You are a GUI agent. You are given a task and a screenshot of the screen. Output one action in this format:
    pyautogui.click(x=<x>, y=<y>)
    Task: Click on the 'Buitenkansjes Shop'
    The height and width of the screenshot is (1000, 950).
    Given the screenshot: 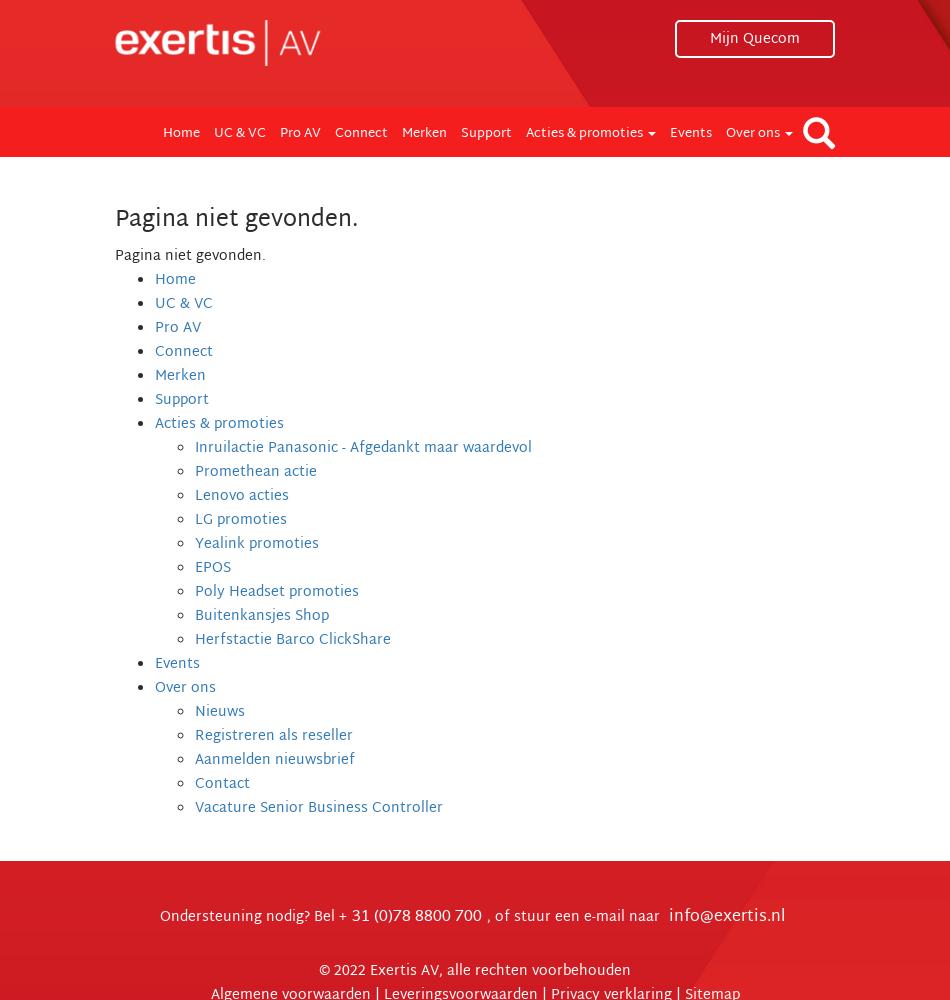 What is the action you would take?
    pyautogui.click(x=261, y=615)
    